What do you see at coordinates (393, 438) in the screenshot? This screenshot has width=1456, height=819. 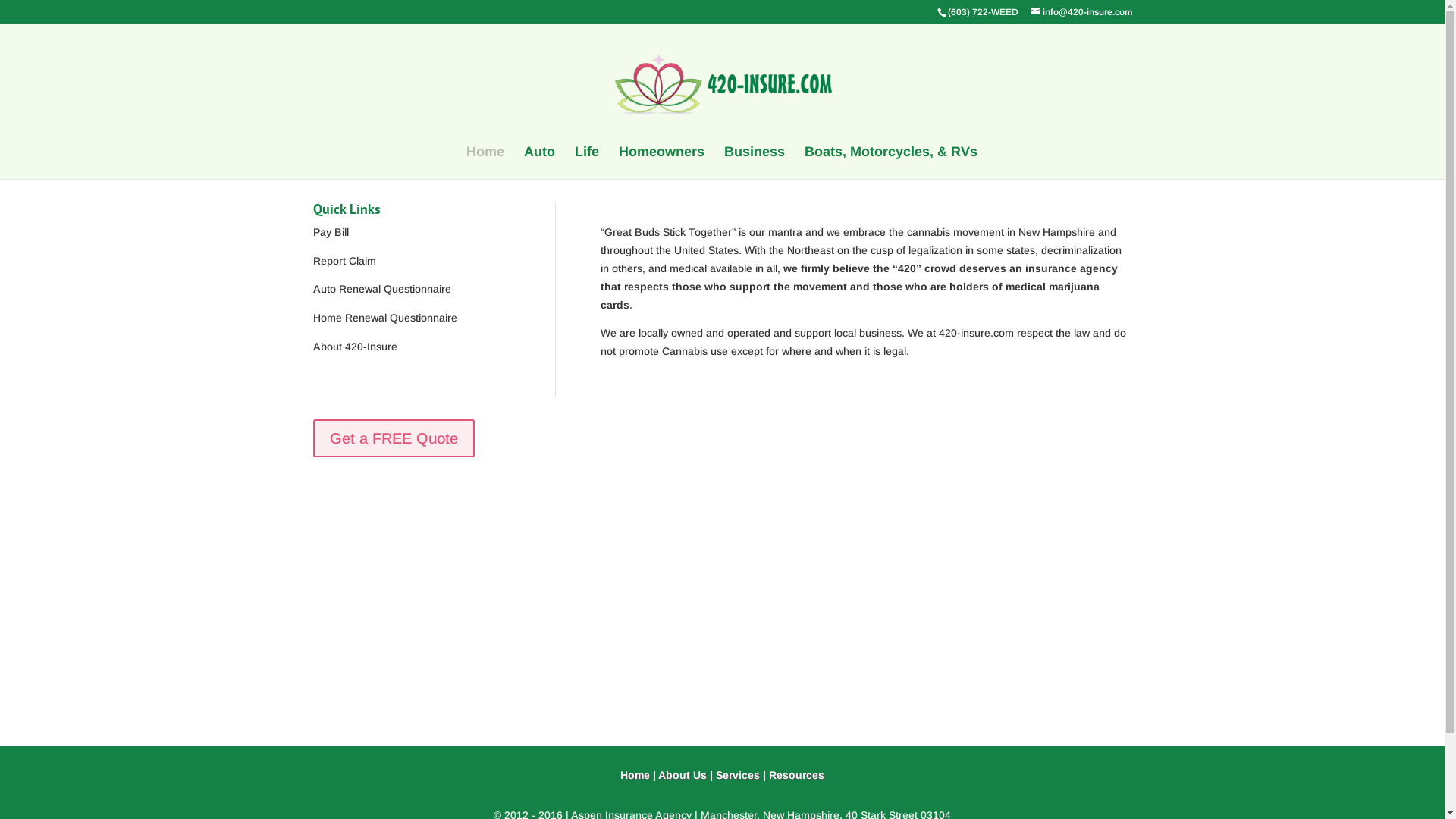 I see `'Get a FREE Quote'` at bounding box center [393, 438].